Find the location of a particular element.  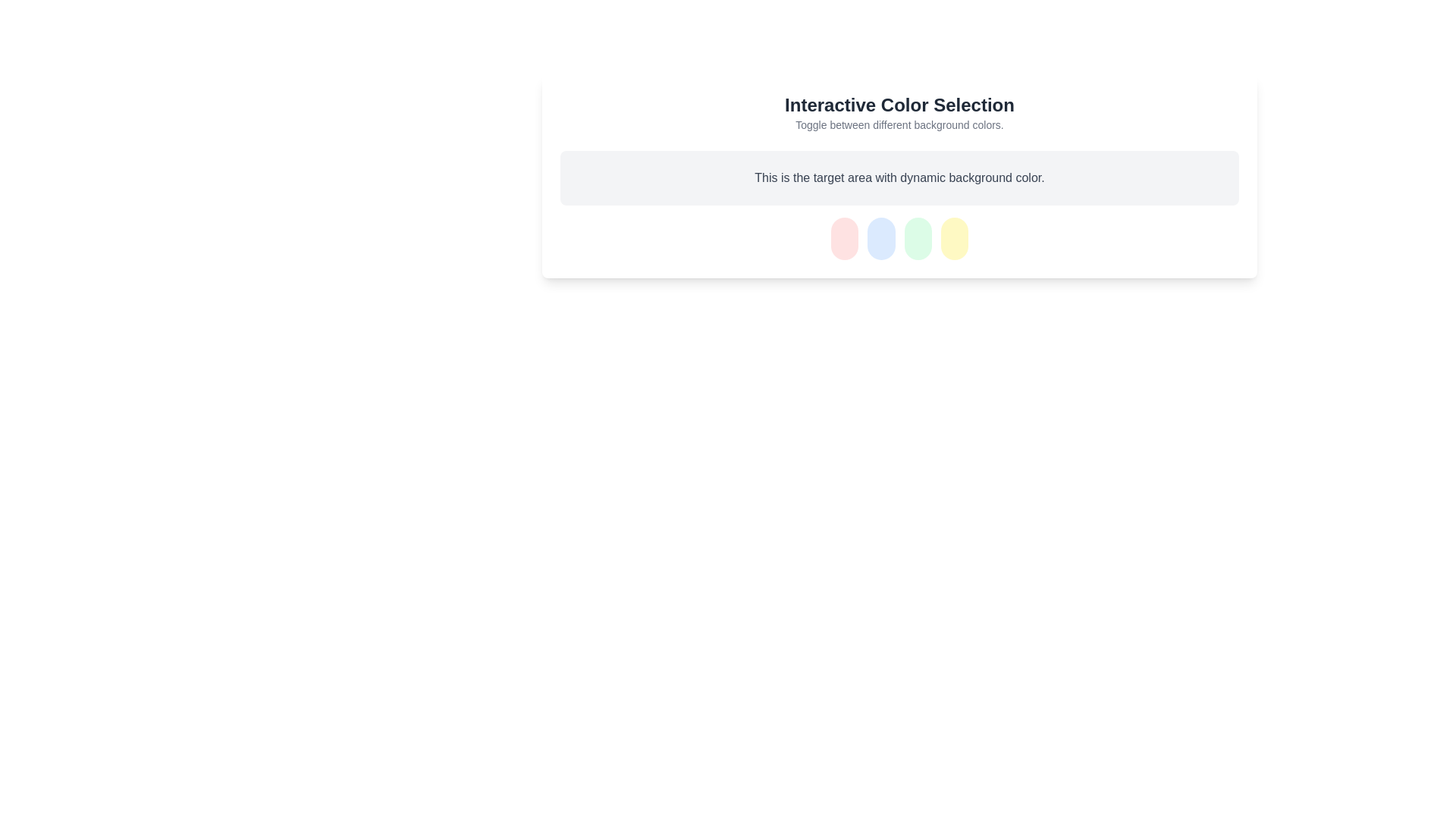

the text element that displays descriptive or instructional information, located centrally below the title 'Interactive Color Selection' and above the color toggles is located at coordinates (899, 177).